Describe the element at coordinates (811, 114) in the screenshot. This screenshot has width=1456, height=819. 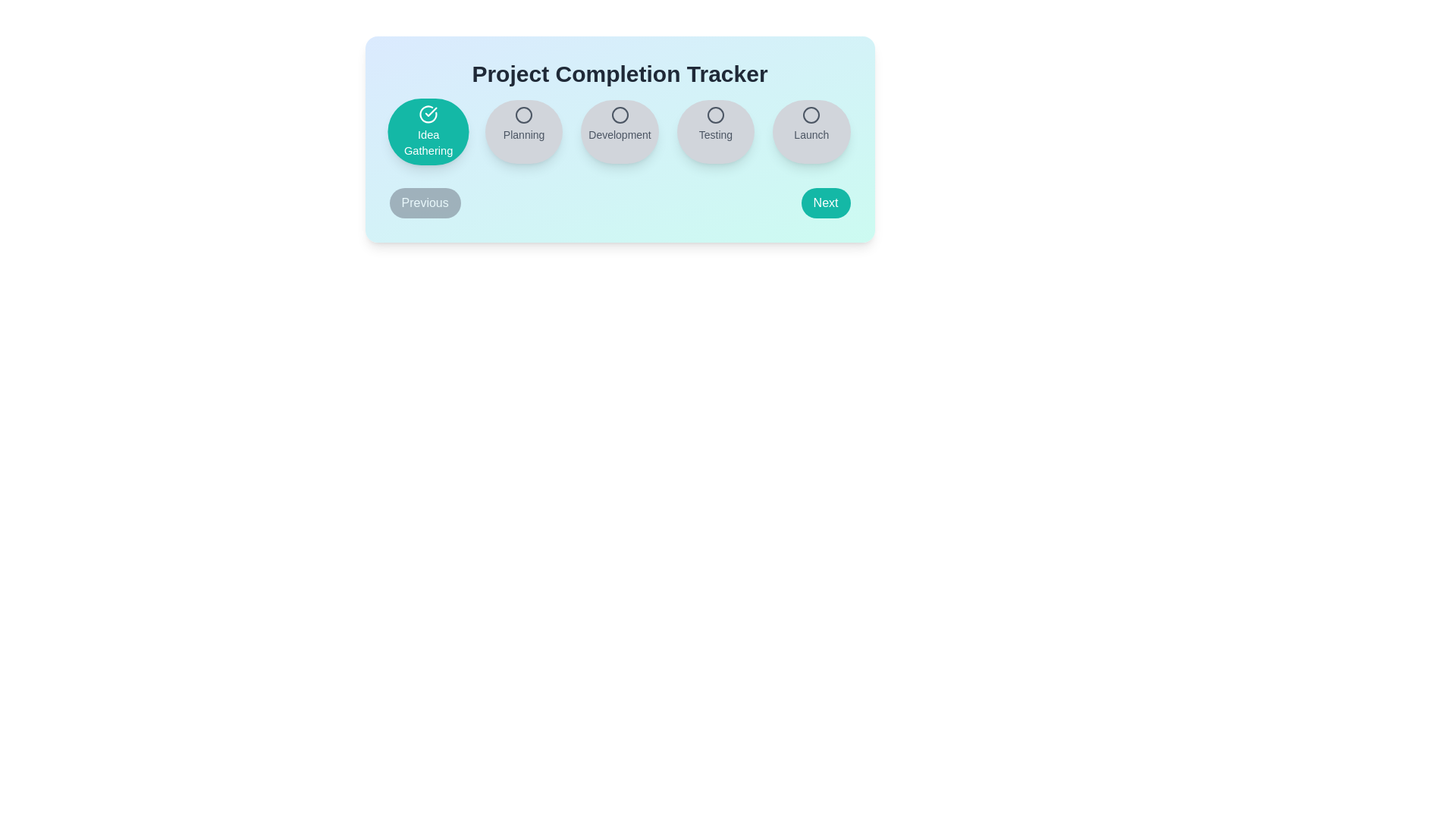
I see `the 'Launch' step indicator in the project completion tracker, which is represented by an icon at the rightmost section of the tracker` at that location.